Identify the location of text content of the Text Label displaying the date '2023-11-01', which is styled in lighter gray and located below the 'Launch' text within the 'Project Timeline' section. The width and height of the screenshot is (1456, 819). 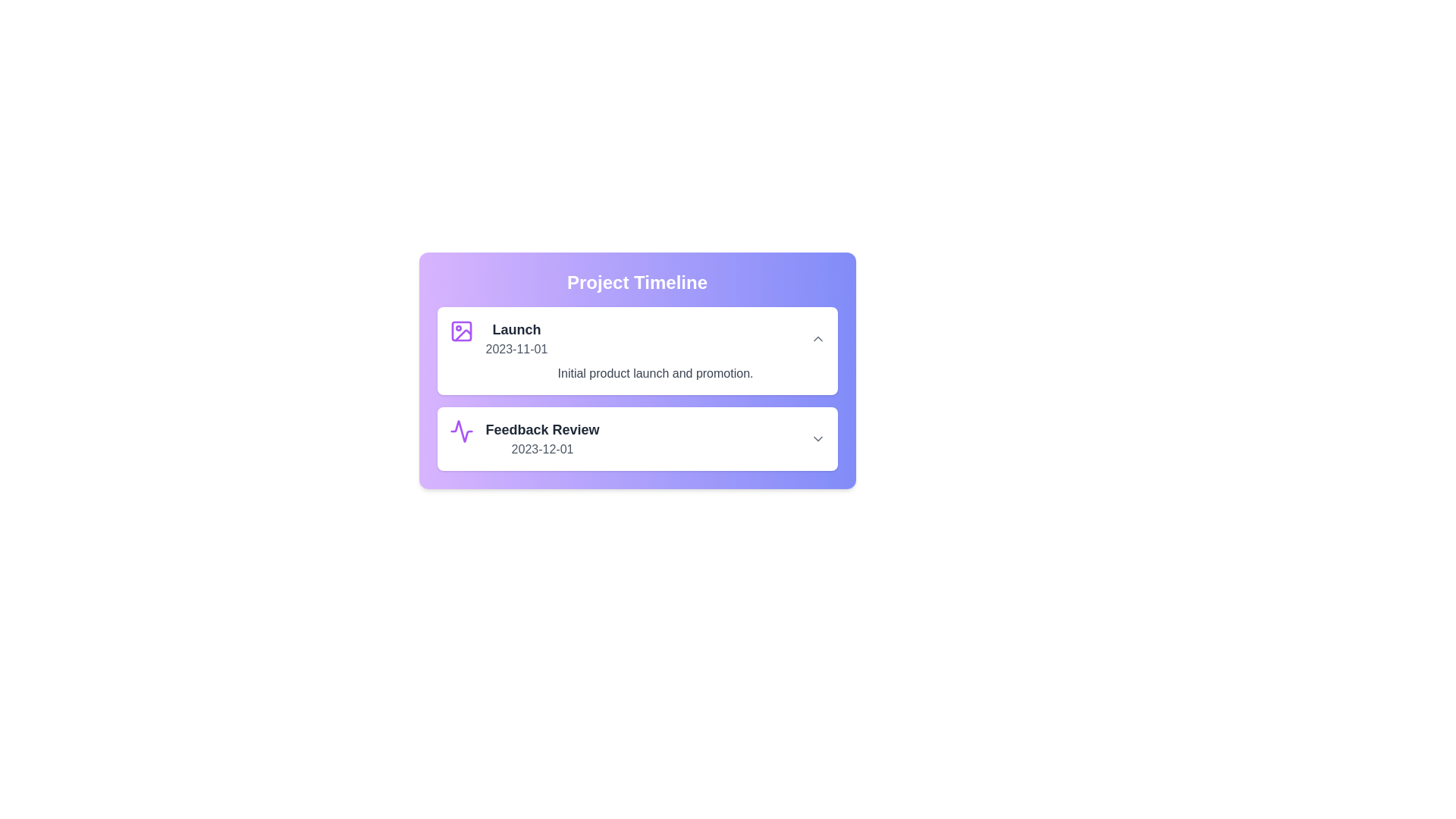
(516, 350).